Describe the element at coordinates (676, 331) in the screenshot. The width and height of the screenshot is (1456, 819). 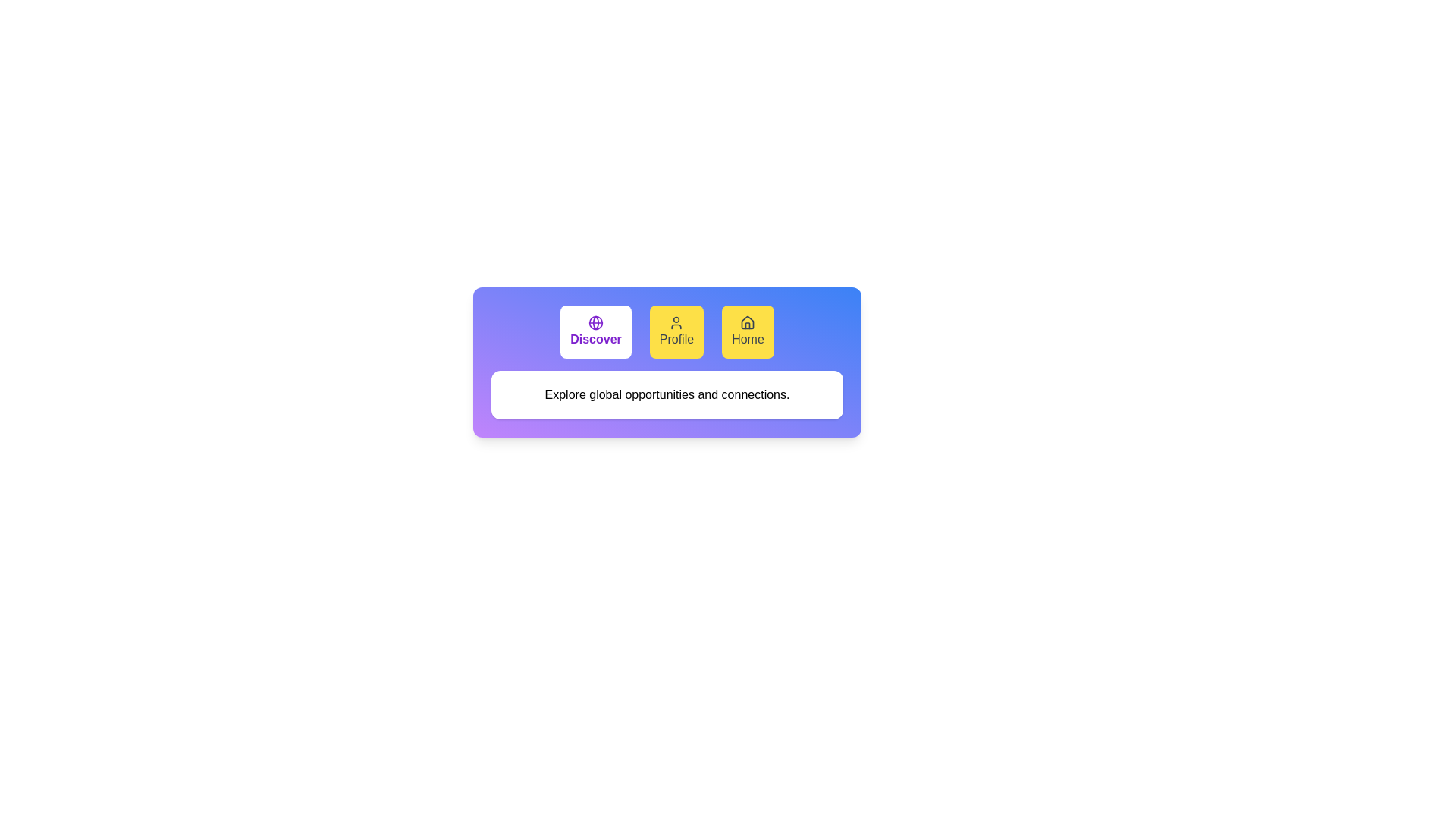
I see `the navigation button located in the center of a horizontal row containing 'Discover' and 'Home'` at that location.